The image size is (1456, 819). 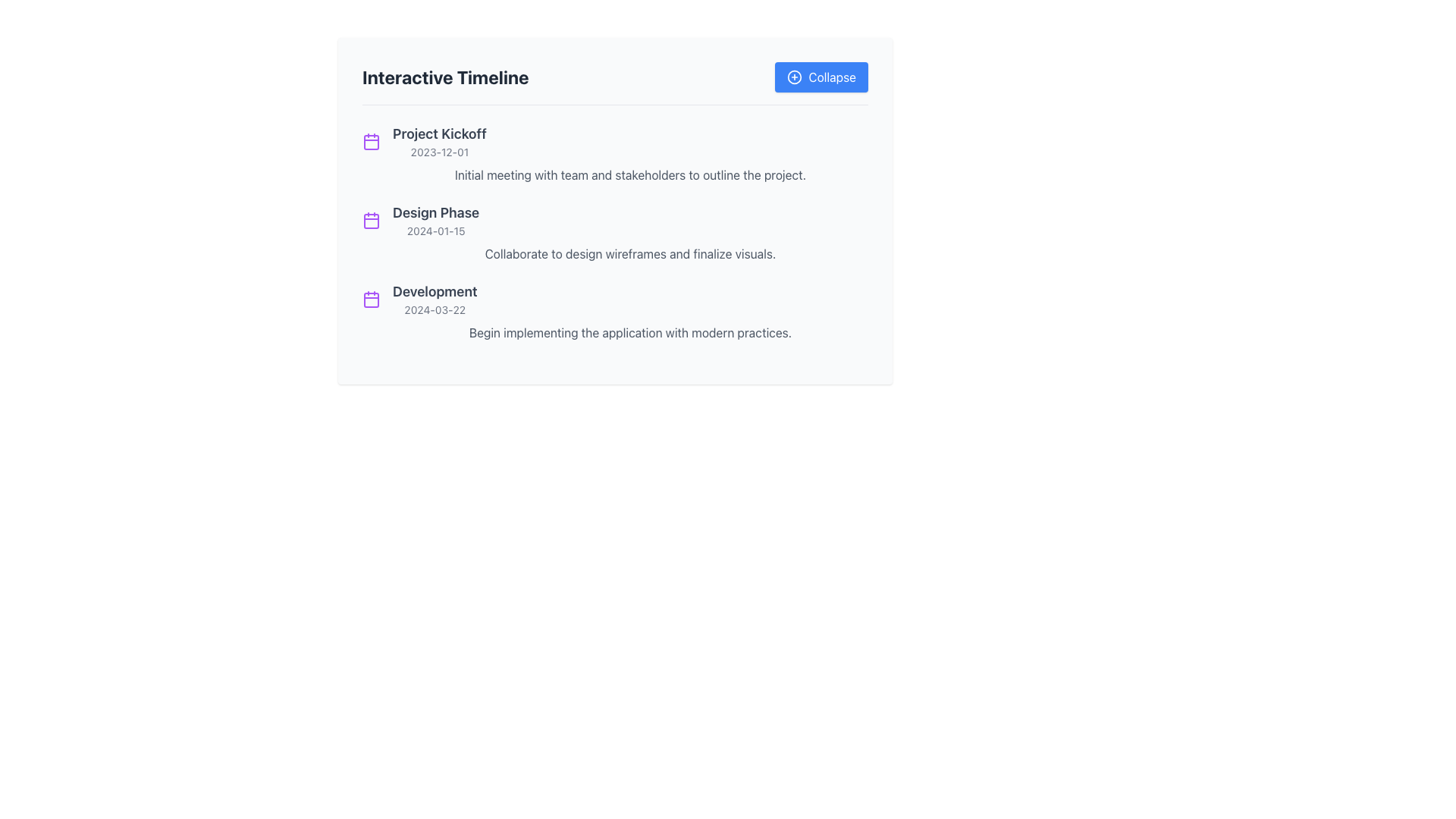 I want to click on the first timeline entry summarizing the project milestone, so click(x=615, y=154).